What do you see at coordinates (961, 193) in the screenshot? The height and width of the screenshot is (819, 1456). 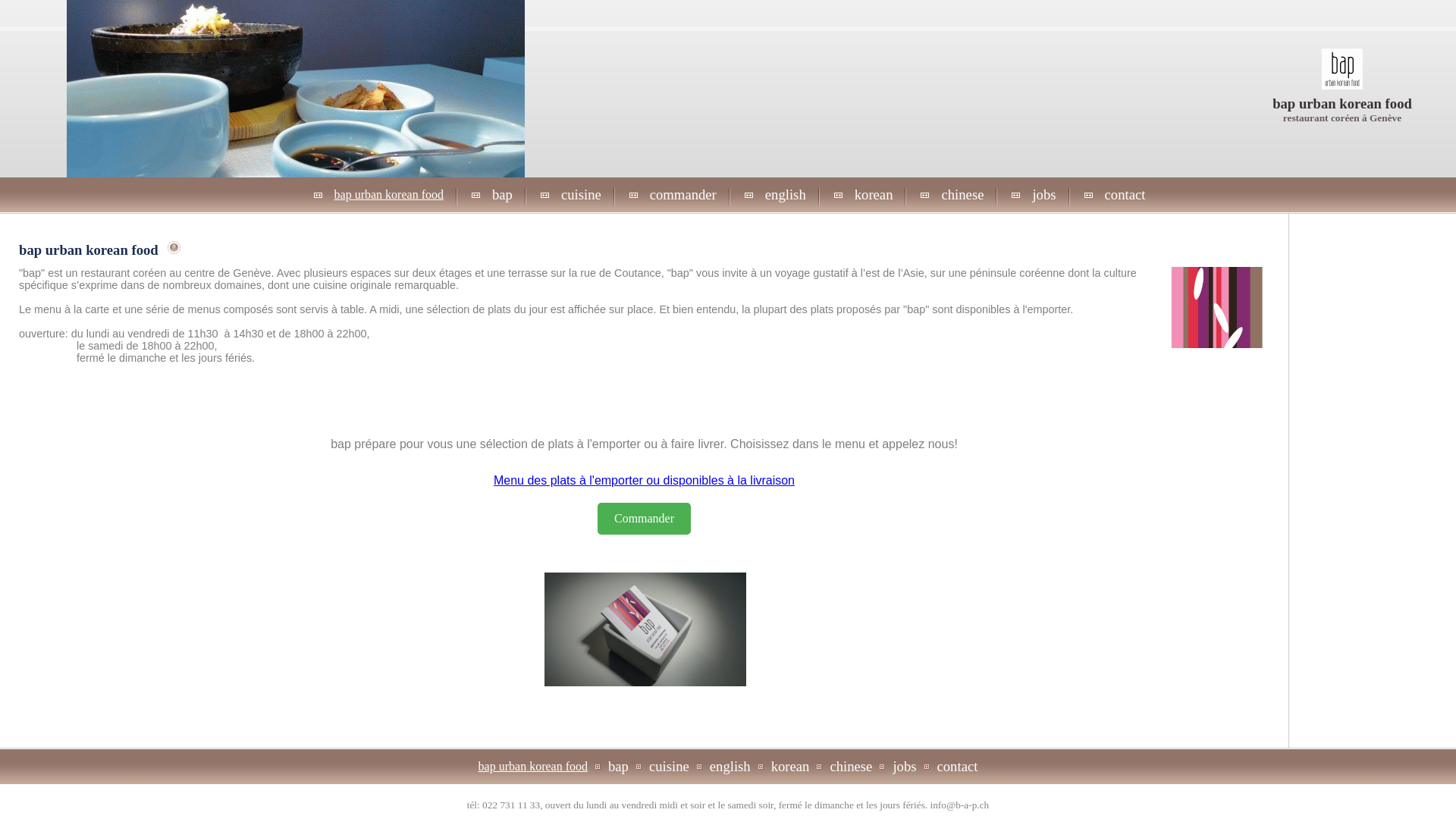 I see `'chinese'` at bounding box center [961, 193].